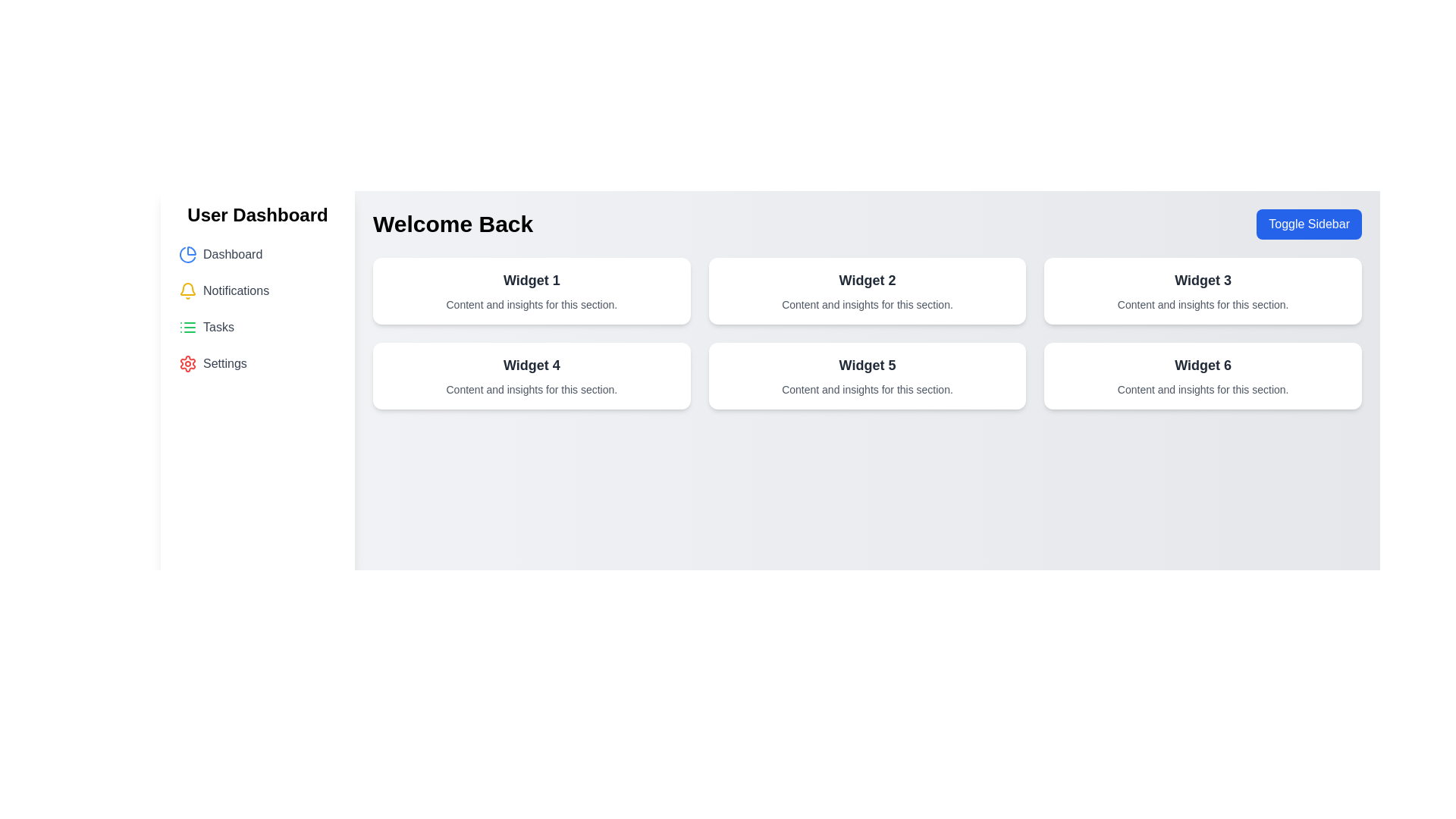 The width and height of the screenshot is (1456, 819). Describe the element at coordinates (258, 363) in the screenshot. I see `the fourth item in the vertical navigation menu under 'User Dashboard'` at that location.